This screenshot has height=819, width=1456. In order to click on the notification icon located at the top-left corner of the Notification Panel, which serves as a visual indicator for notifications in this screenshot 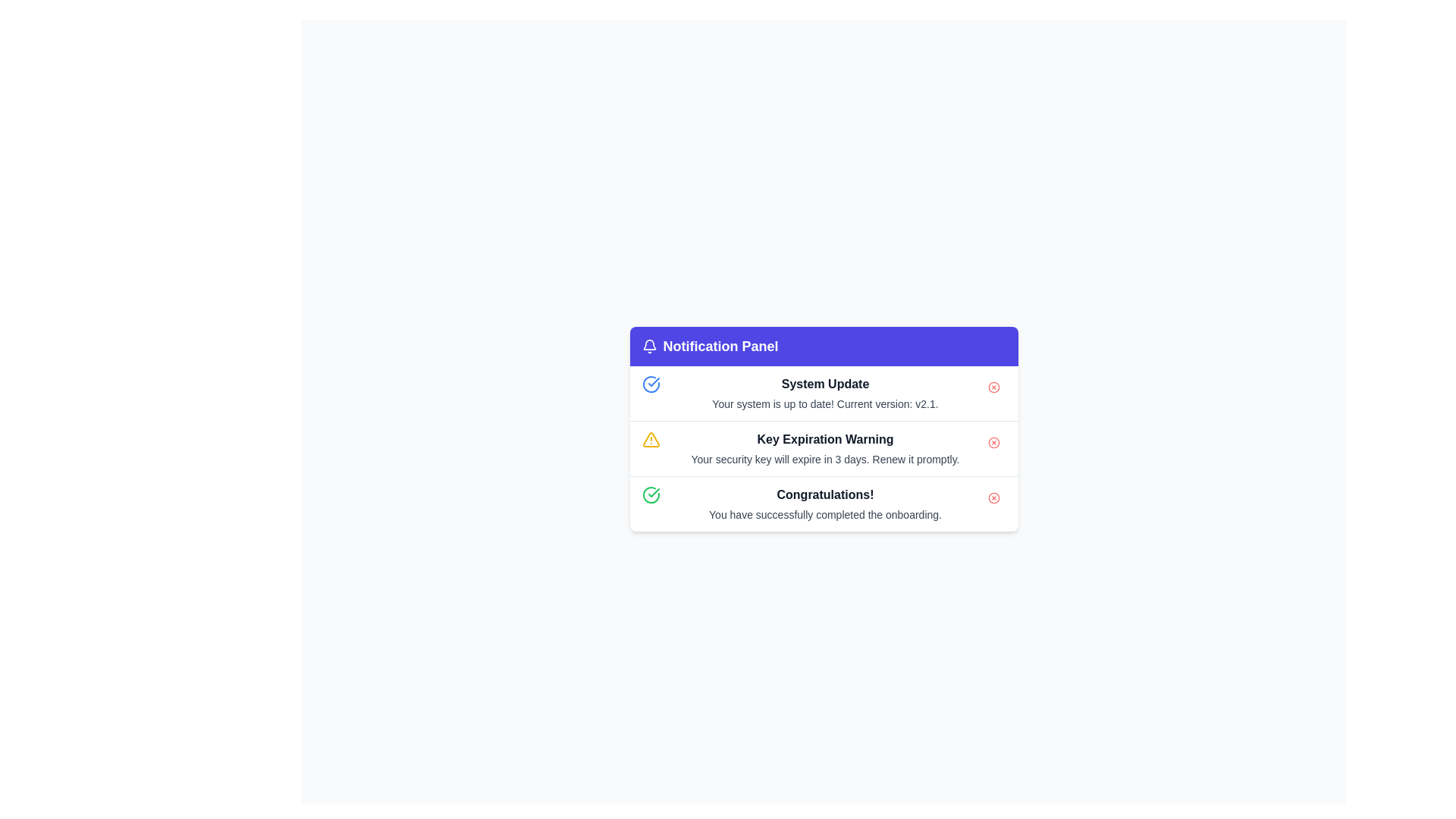, I will do `click(649, 344)`.